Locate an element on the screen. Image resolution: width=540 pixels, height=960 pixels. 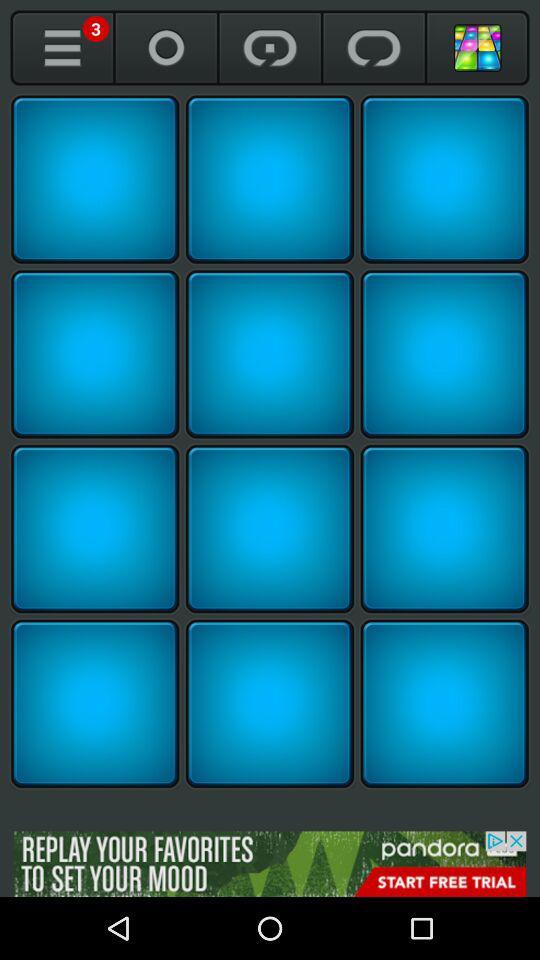
home screen is located at coordinates (476, 47).